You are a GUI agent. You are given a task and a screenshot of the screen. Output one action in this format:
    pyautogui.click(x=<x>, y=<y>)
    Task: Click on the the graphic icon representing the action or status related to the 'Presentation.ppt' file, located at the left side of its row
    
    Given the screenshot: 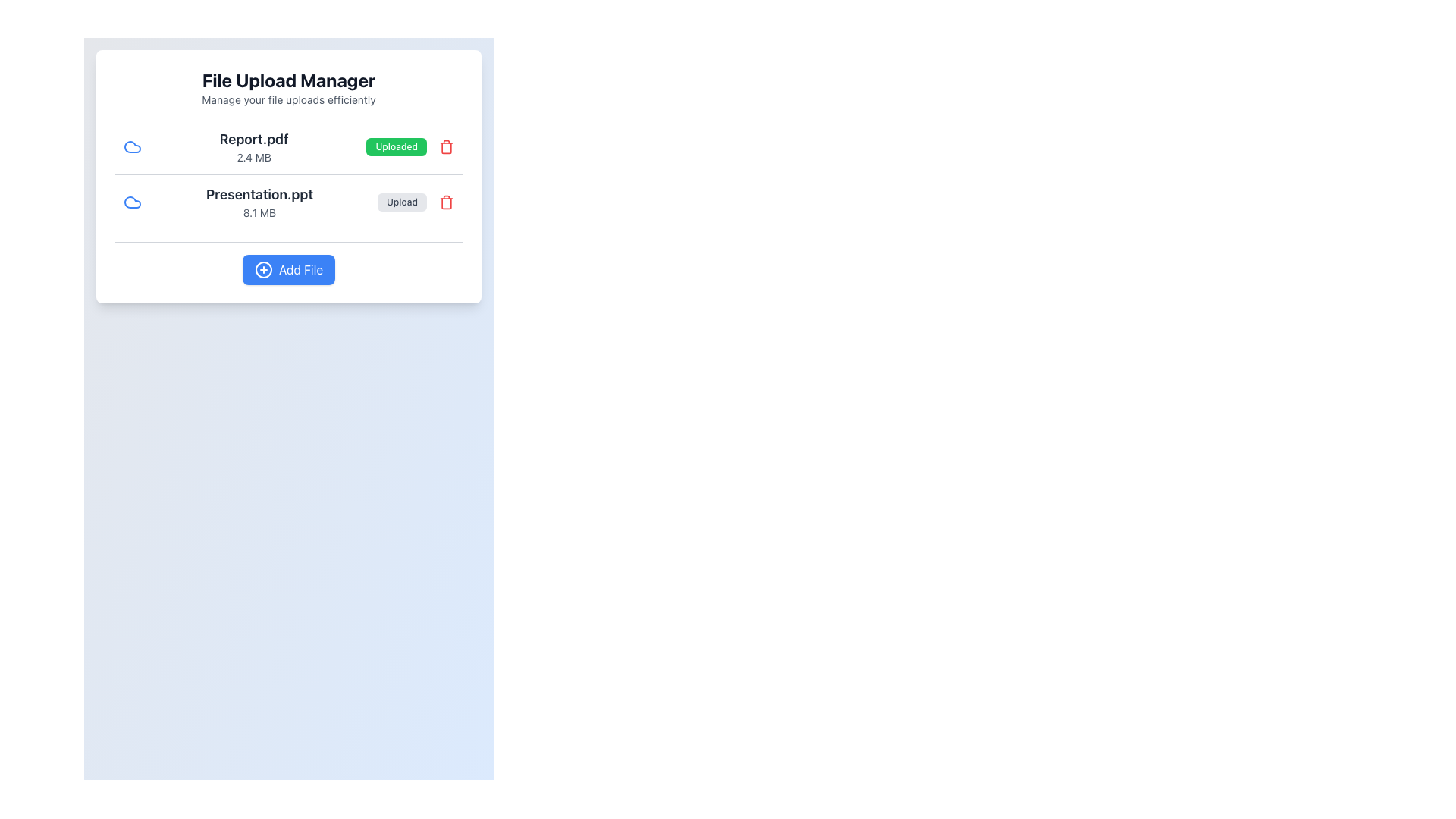 What is the action you would take?
    pyautogui.click(x=132, y=201)
    